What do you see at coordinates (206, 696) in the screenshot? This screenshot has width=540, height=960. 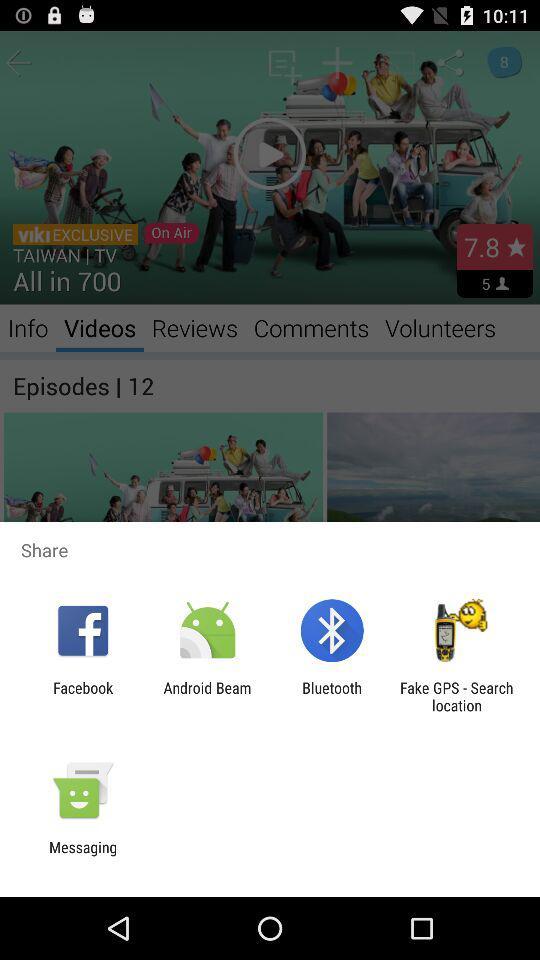 I see `app to the left of the bluetooth` at bounding box center [206, 696].